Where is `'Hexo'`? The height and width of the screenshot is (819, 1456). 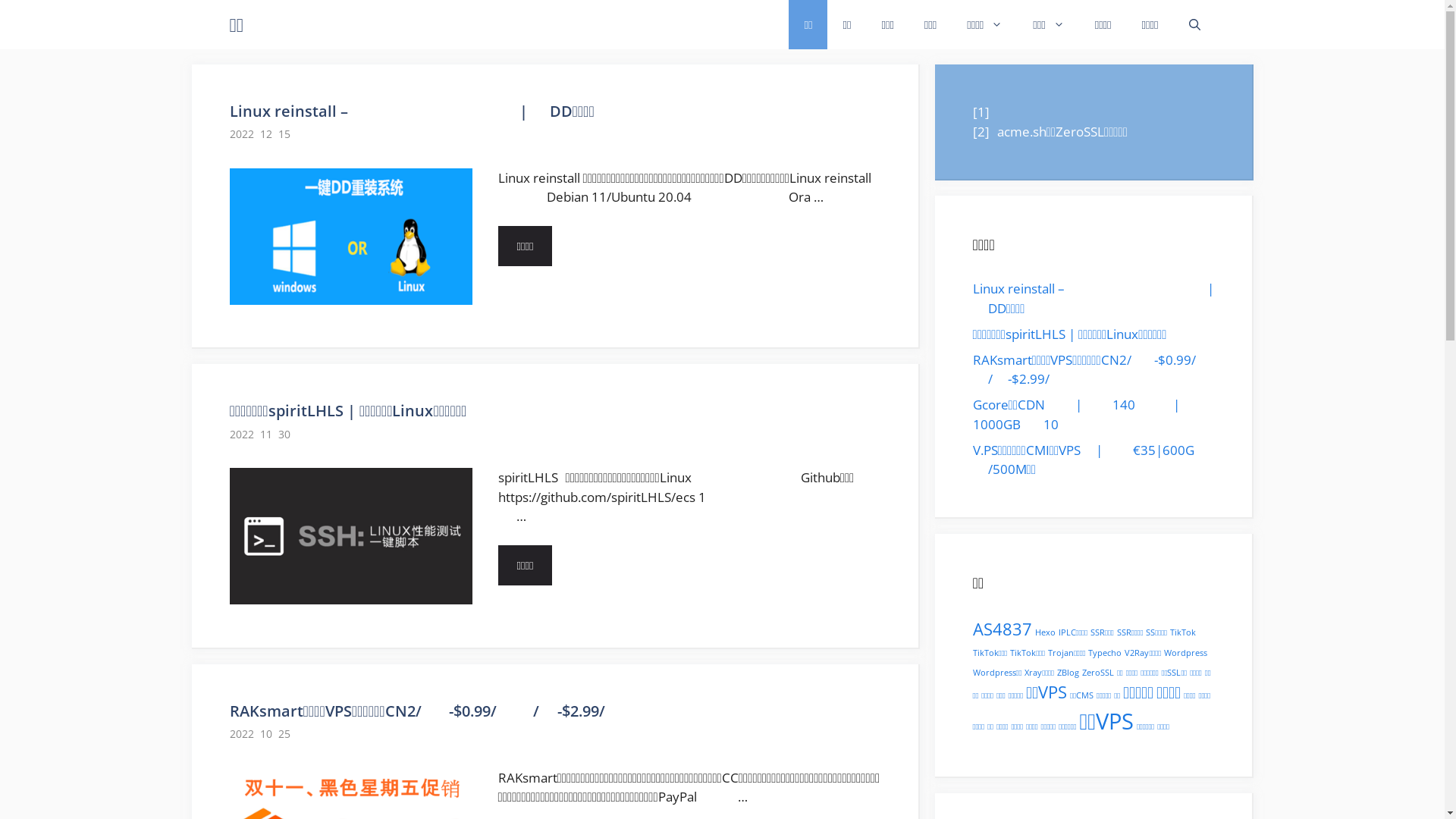 'Hexo' is located at coordinates (1033, 632).